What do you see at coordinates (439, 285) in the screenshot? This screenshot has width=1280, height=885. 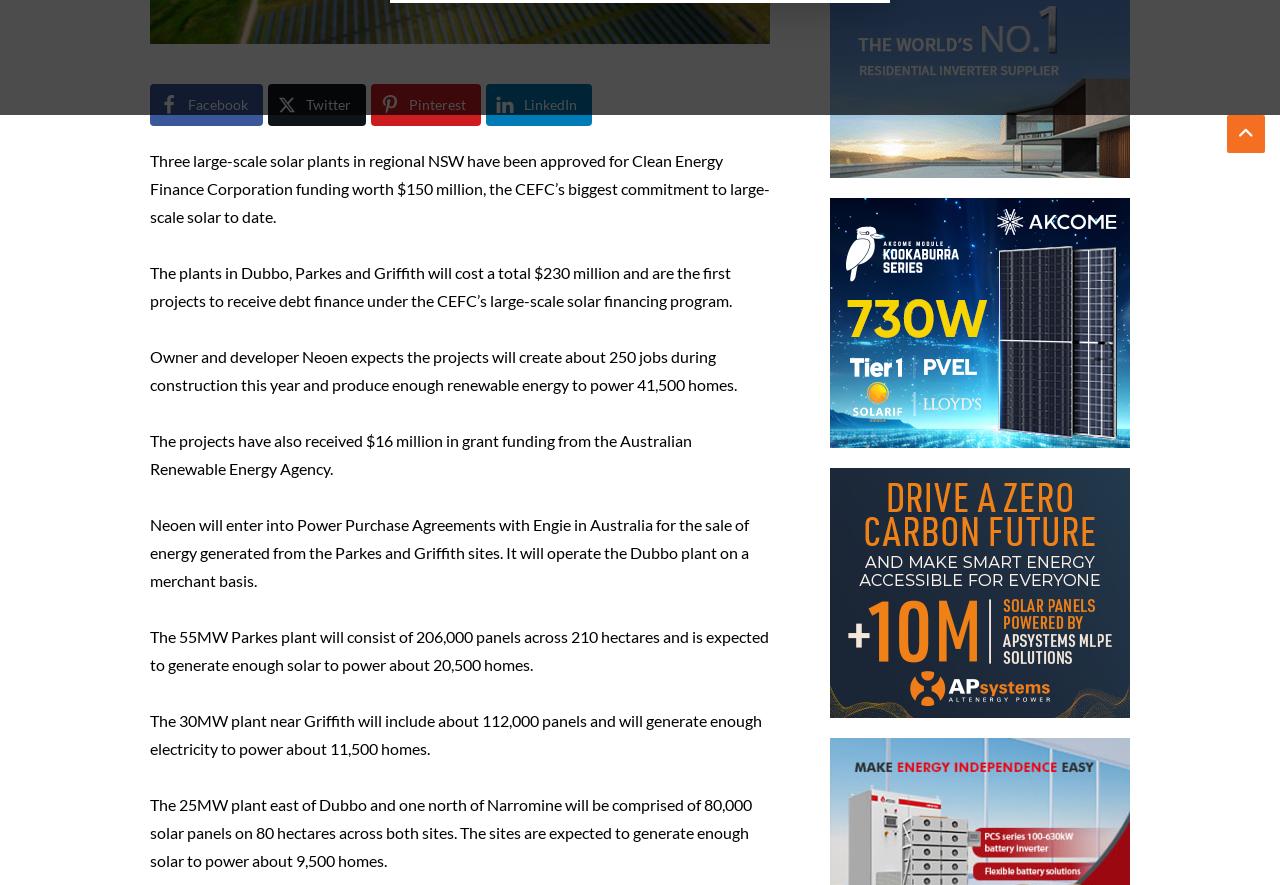 I see `'The plants in Dubbo, Parkes and Griffith will cost a total $230 million and are the first projects to receive debt finance under the CEFC’s large-scale solar financing program.'` at bounding box center [439, 285].